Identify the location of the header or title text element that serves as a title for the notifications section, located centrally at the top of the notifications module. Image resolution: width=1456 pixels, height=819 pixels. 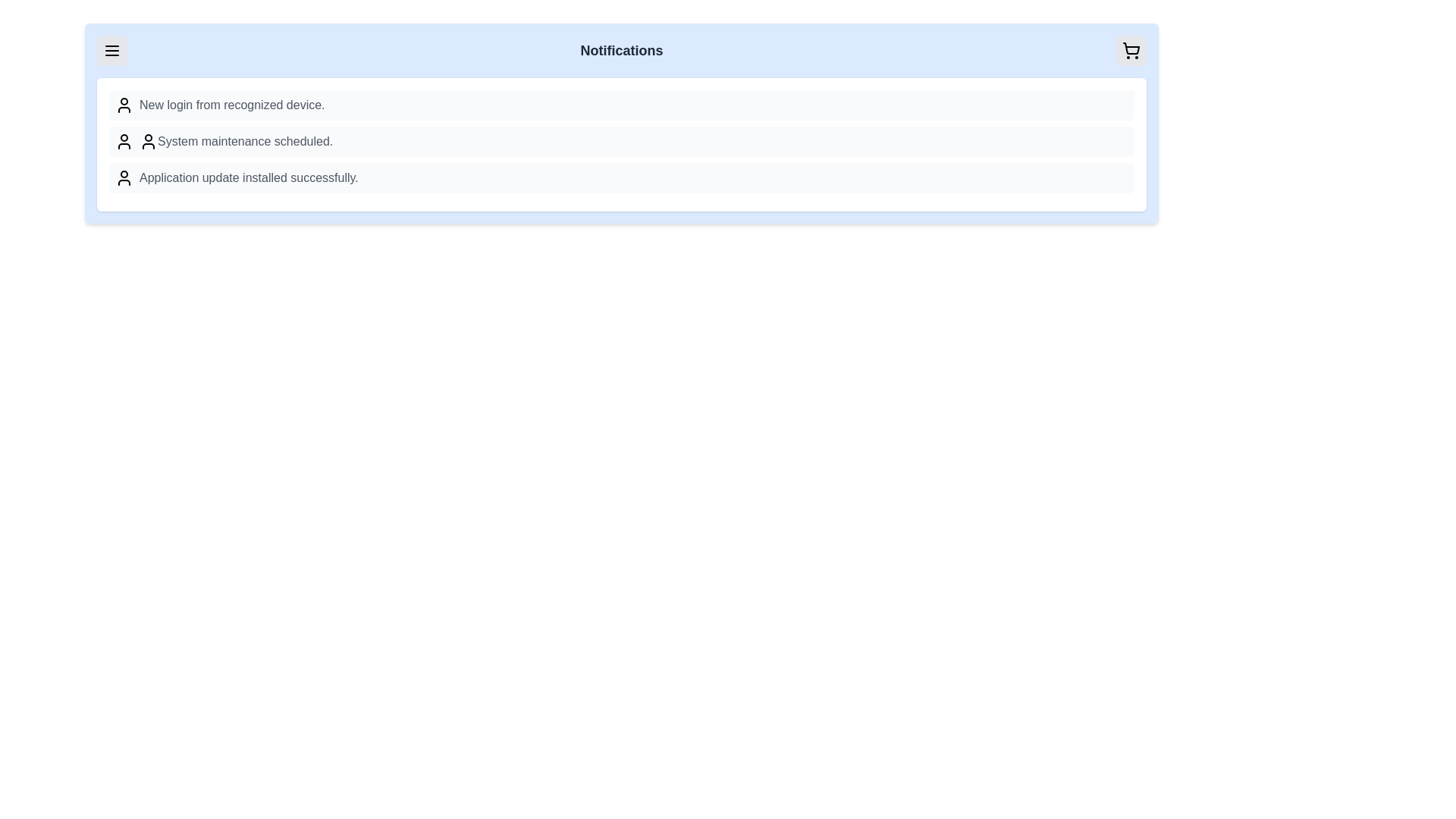
(622, 49).